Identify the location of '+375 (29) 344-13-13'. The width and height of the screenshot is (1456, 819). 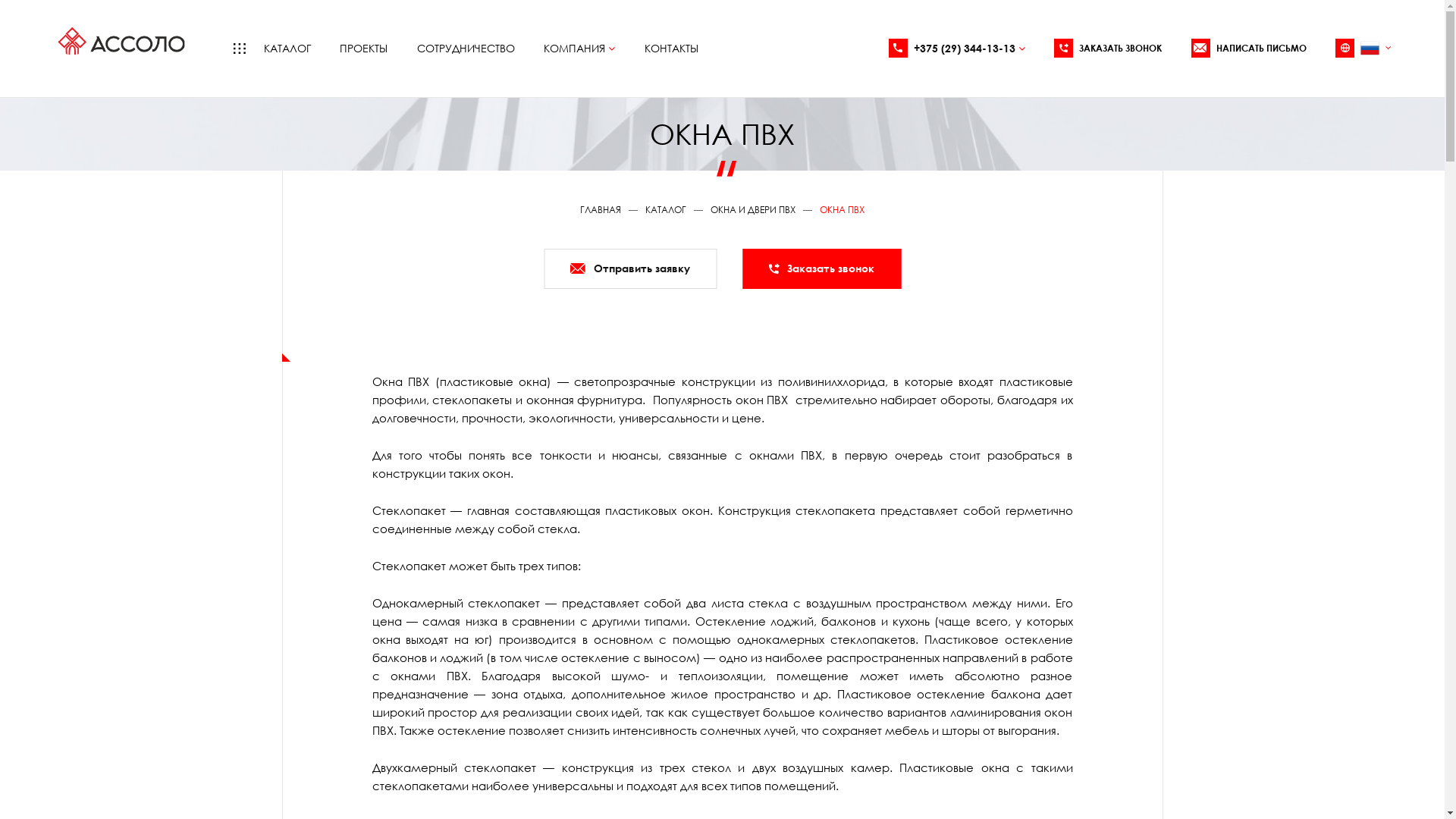
(956, 47).